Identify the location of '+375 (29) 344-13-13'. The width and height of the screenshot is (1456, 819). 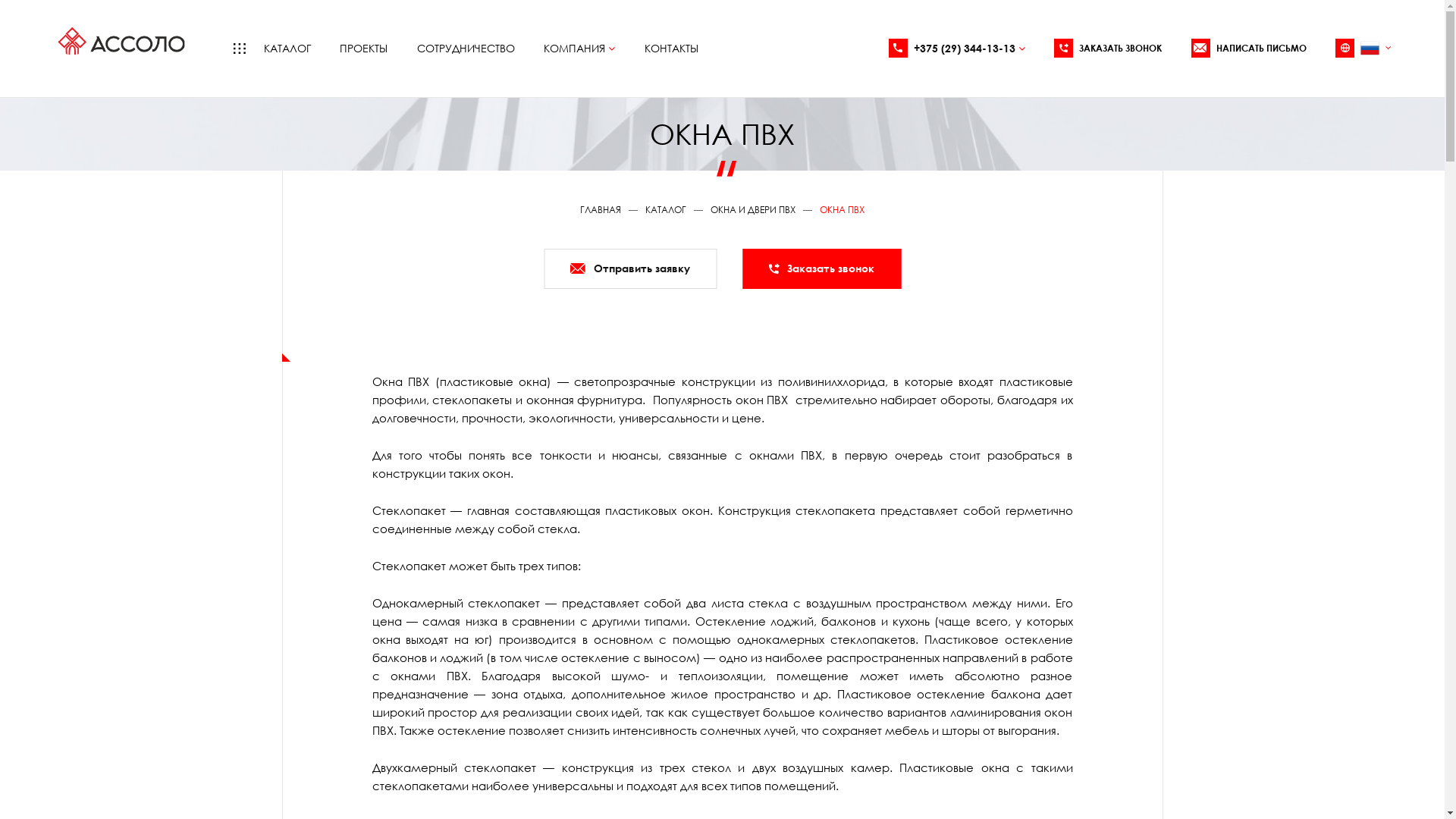
(956, 47).